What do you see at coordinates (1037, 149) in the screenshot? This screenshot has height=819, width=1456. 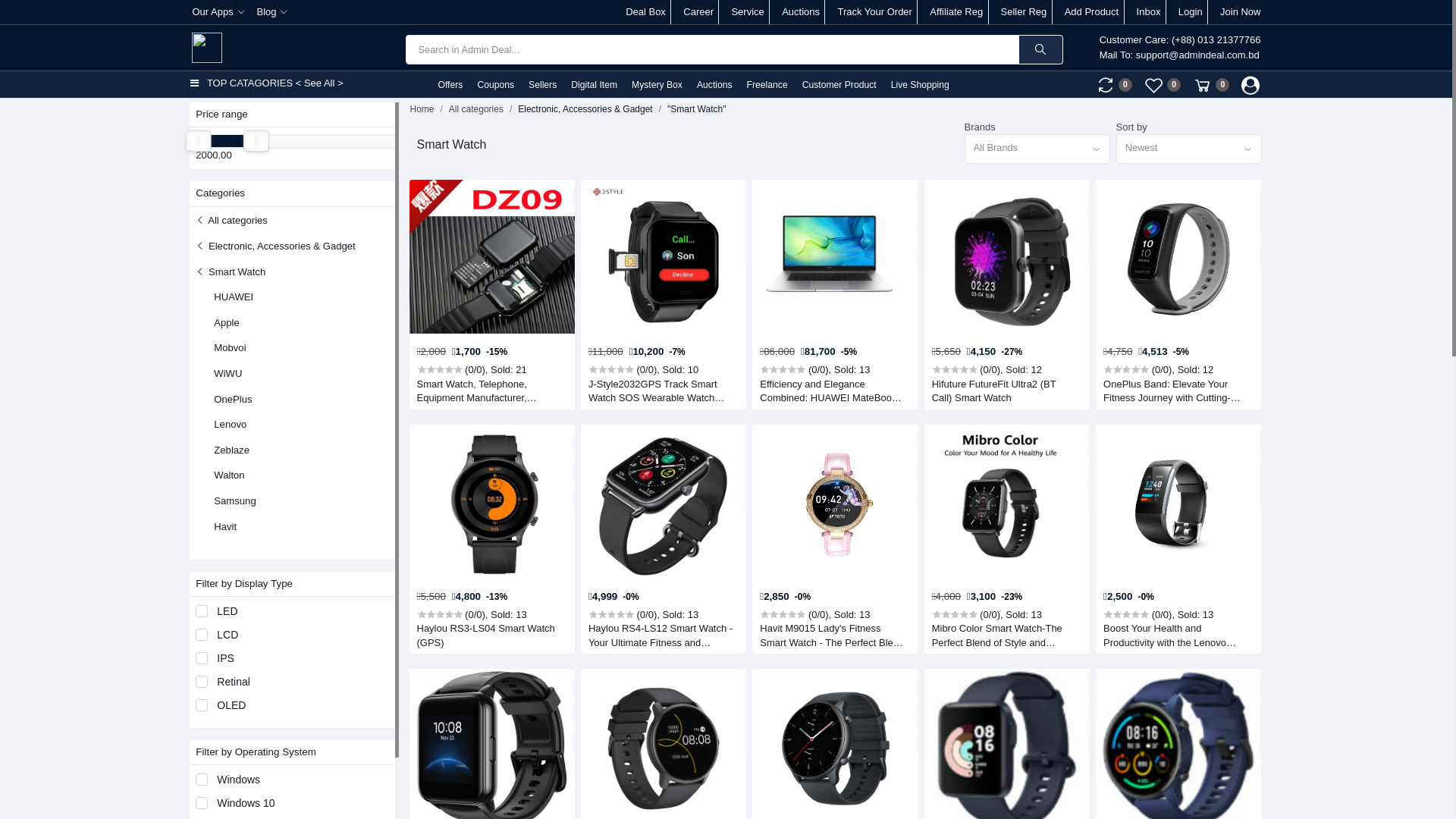 I see `'All Brands'` at bounding box center [1037, 149].